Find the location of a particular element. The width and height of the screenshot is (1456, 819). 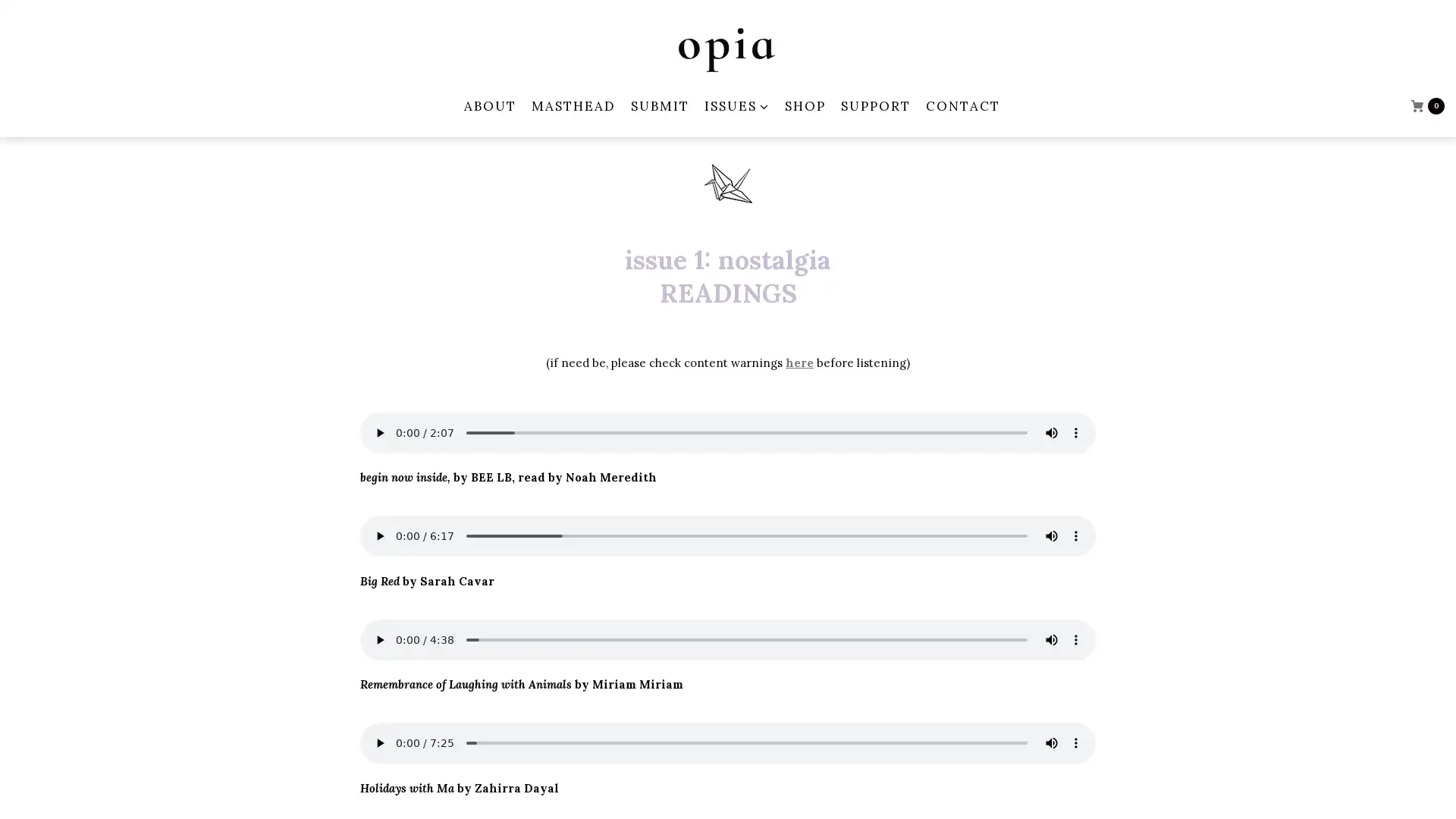

play is located at coordinates (379, 432).